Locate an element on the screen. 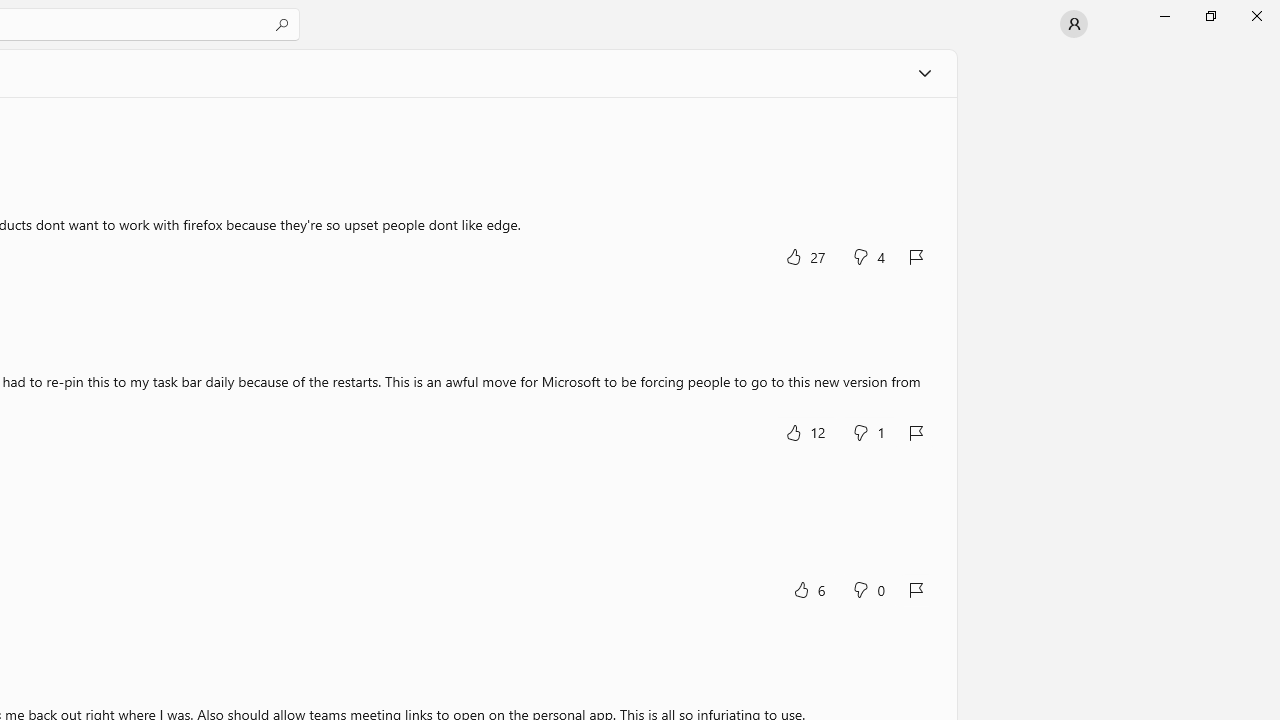 This screenshot has height=720, width=1280. 'No, this was not helpful. 4 votes.' is located at coordinates (868, 255).